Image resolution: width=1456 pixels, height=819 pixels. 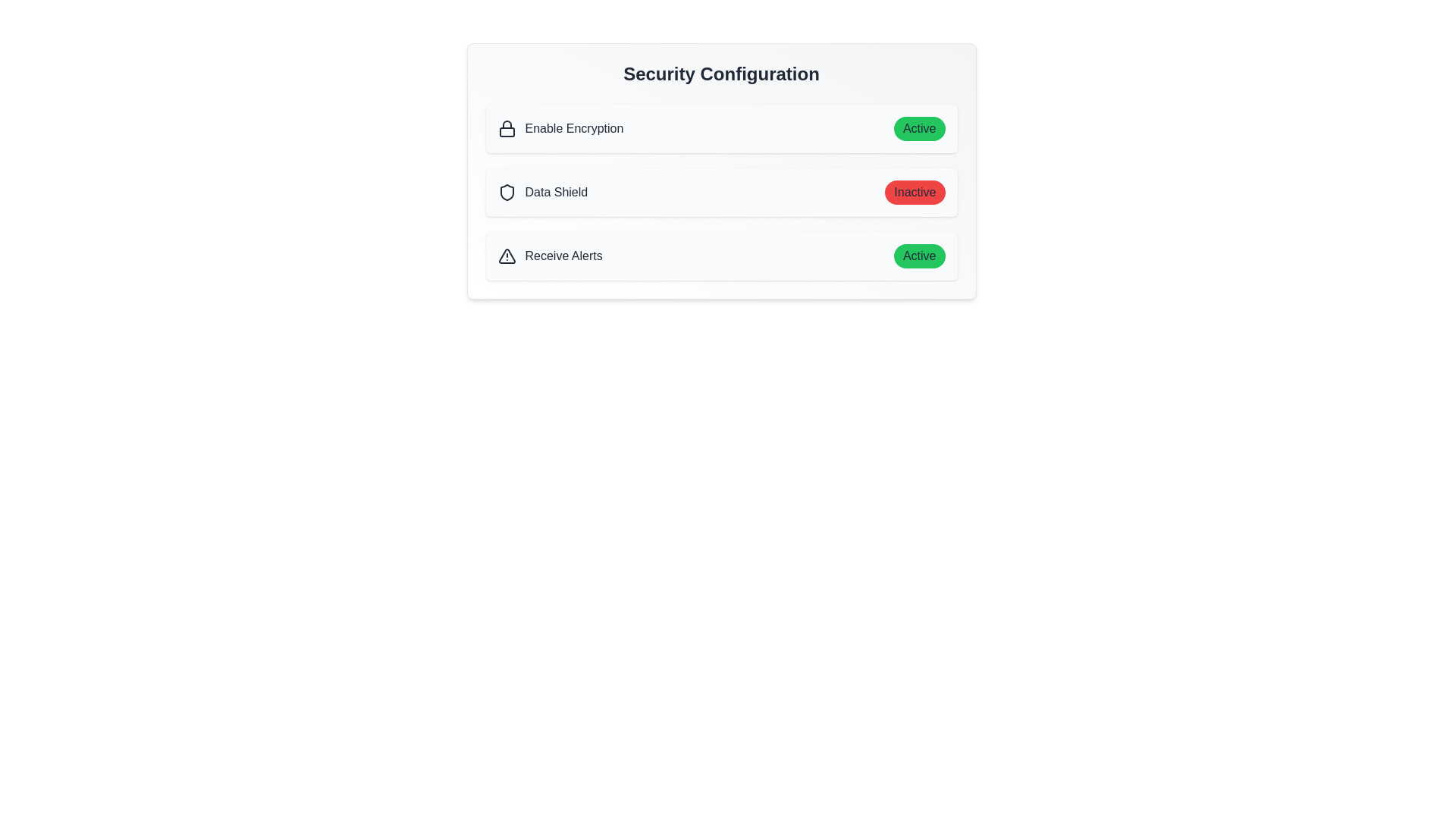 What do you see at coordinates (507, 127) in the screenshot?
I see `the appearance of the 'Enable Encryption' icon located in the first row of the 'Security Configuration' panel, positioned left of the label text 'Enable Encryption'` at bounding box center [507, 127].